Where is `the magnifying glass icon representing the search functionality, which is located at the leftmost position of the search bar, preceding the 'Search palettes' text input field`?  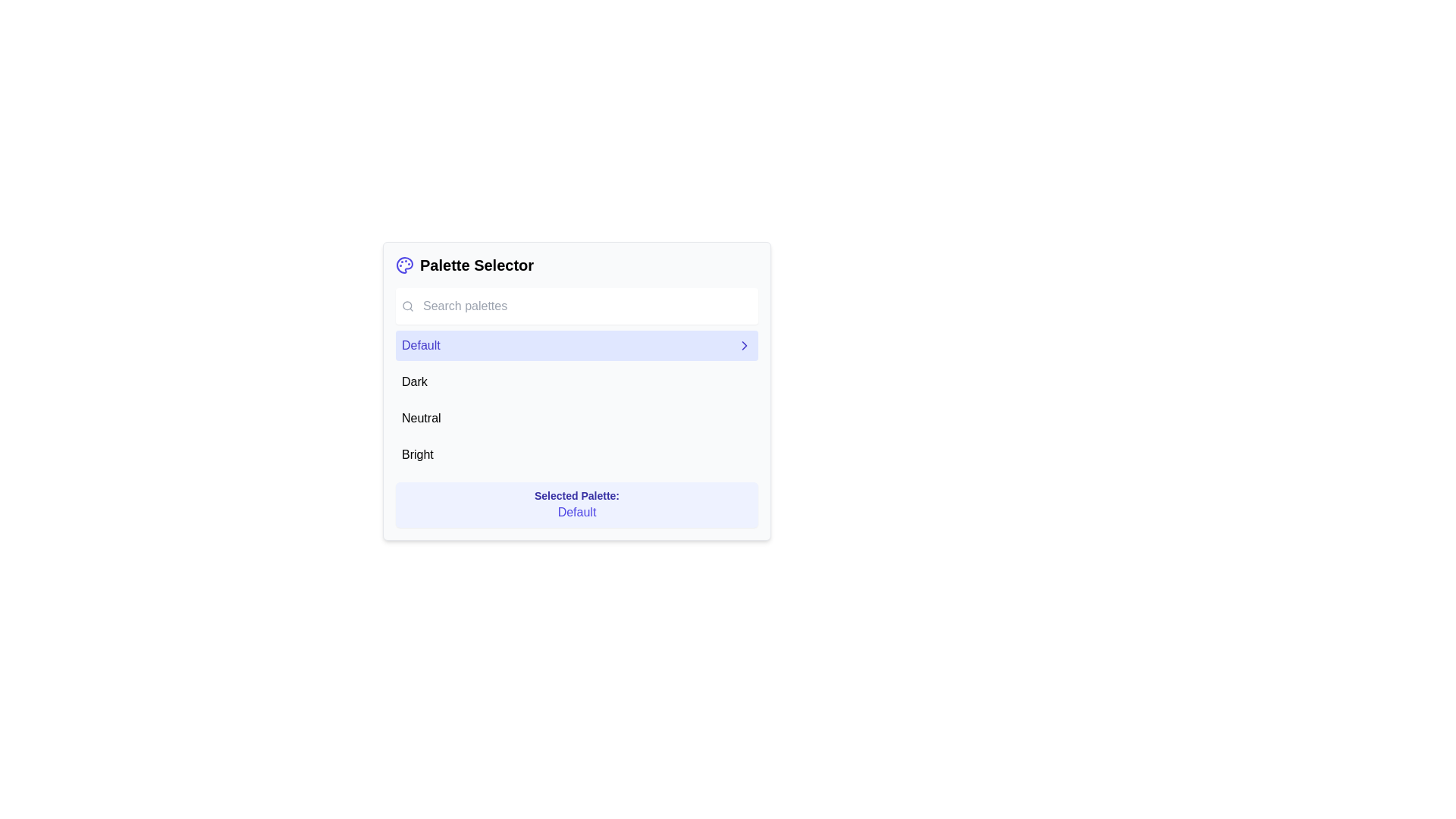 the magnifying glass icon representing the search functionality, which is located at the leftmost position of the search bar, preceding the 'Search palettes' text input field is located at coordinates (407, 306).